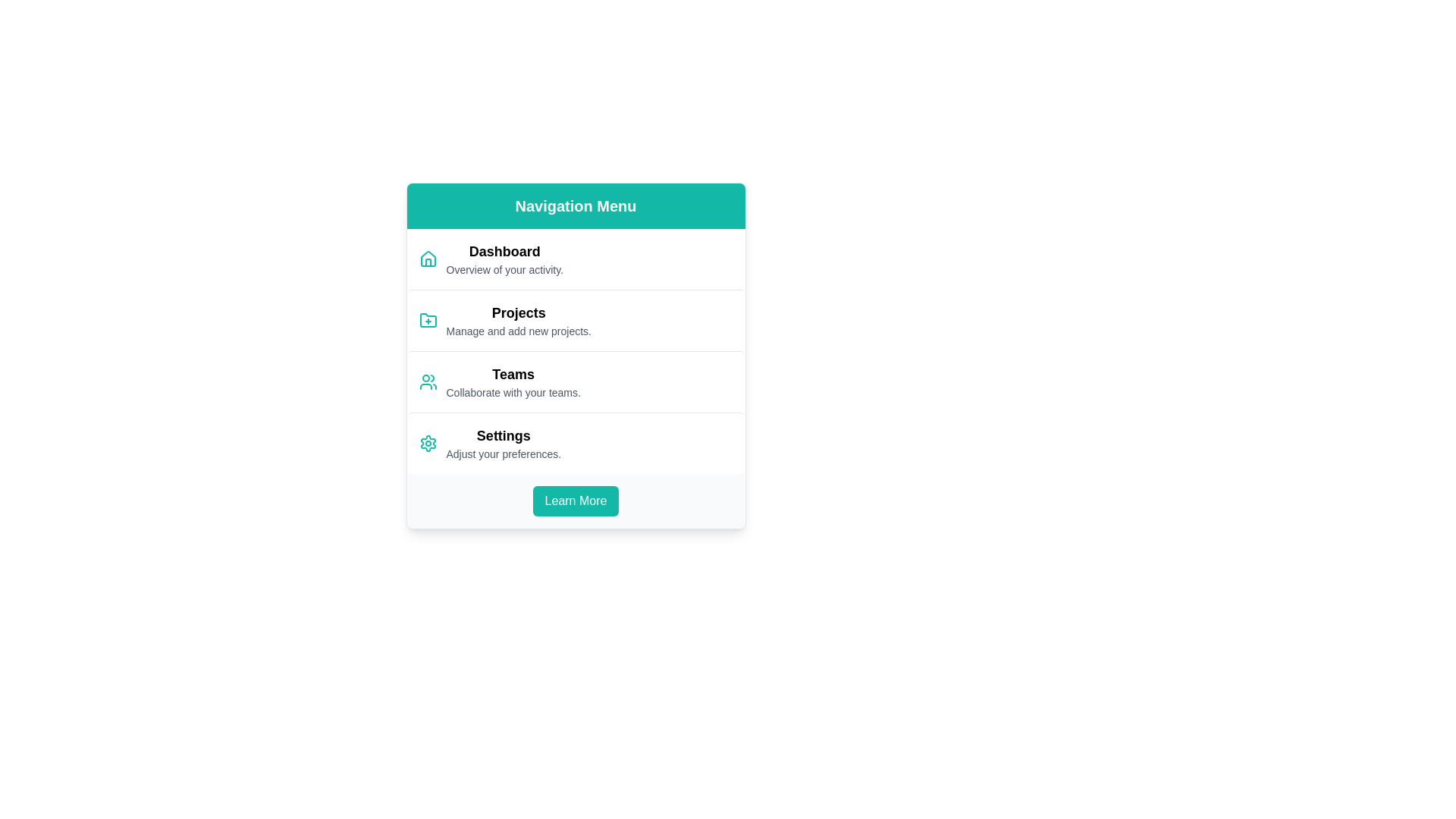 The image size is (1456, 819). What do you see at coordinates (427, 259) in the screenshot?
I see `the teal house icon in the navigation menu, which is located to the left of the 'Dashboard' text and above 'Overview of your activity.'` at bounding box center [427, 259].